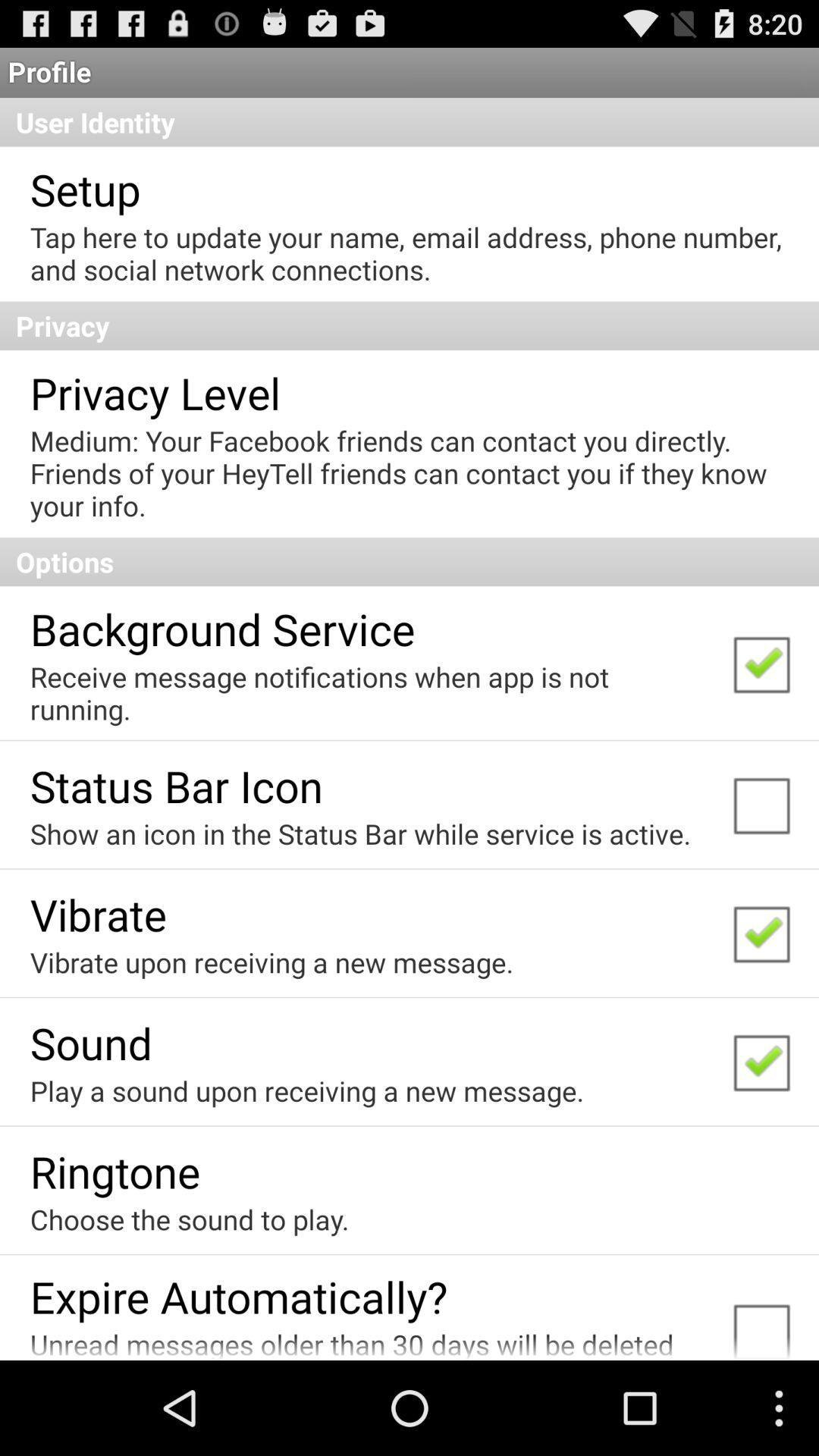 The image size is (819, 1456). Describe the element at coordinates (239, 1295) in the screenshot. I see `app above the unread messages older item` at that location.